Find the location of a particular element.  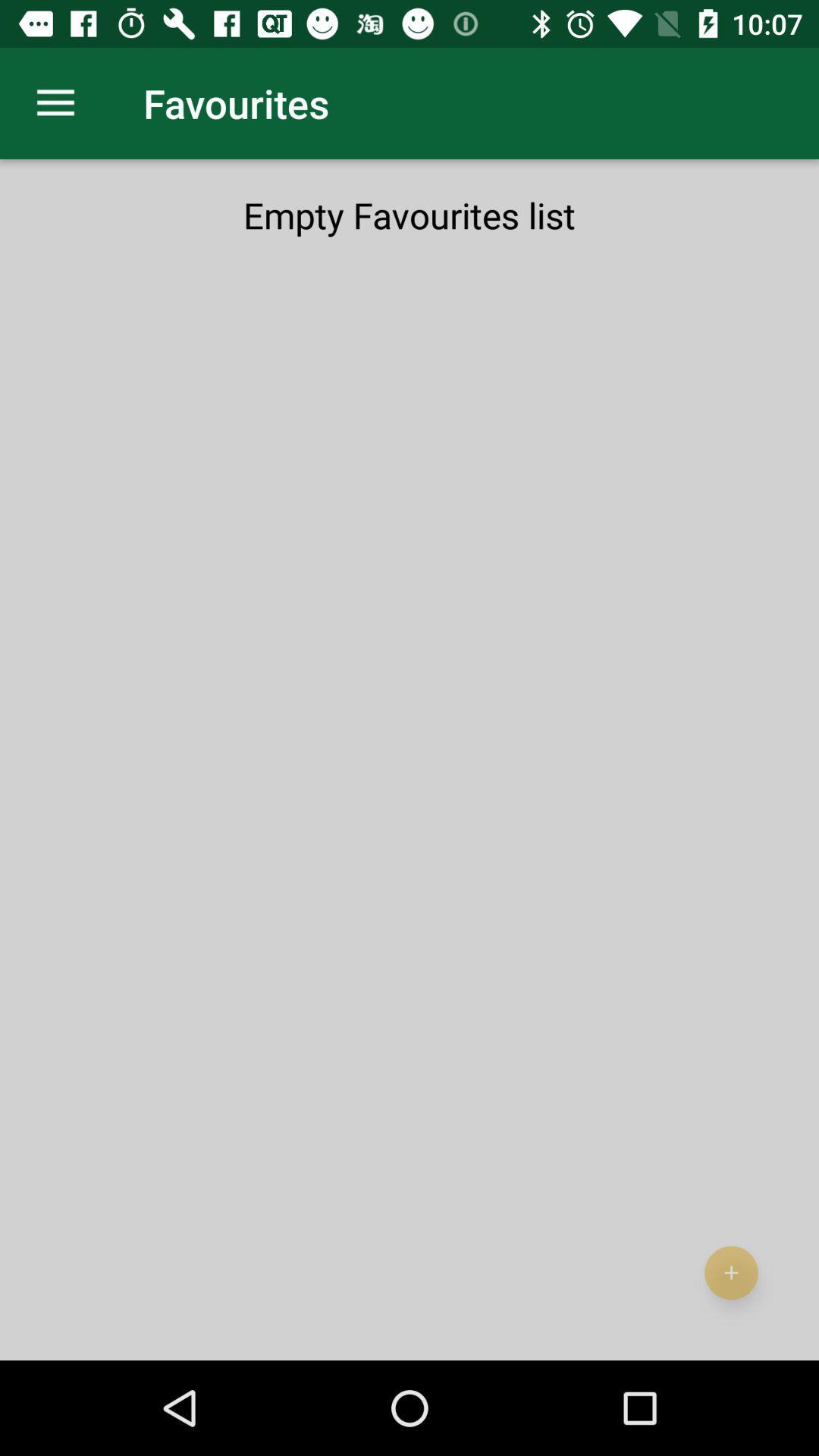

the empty favourites list at the top is located at coordinates (409, 214).